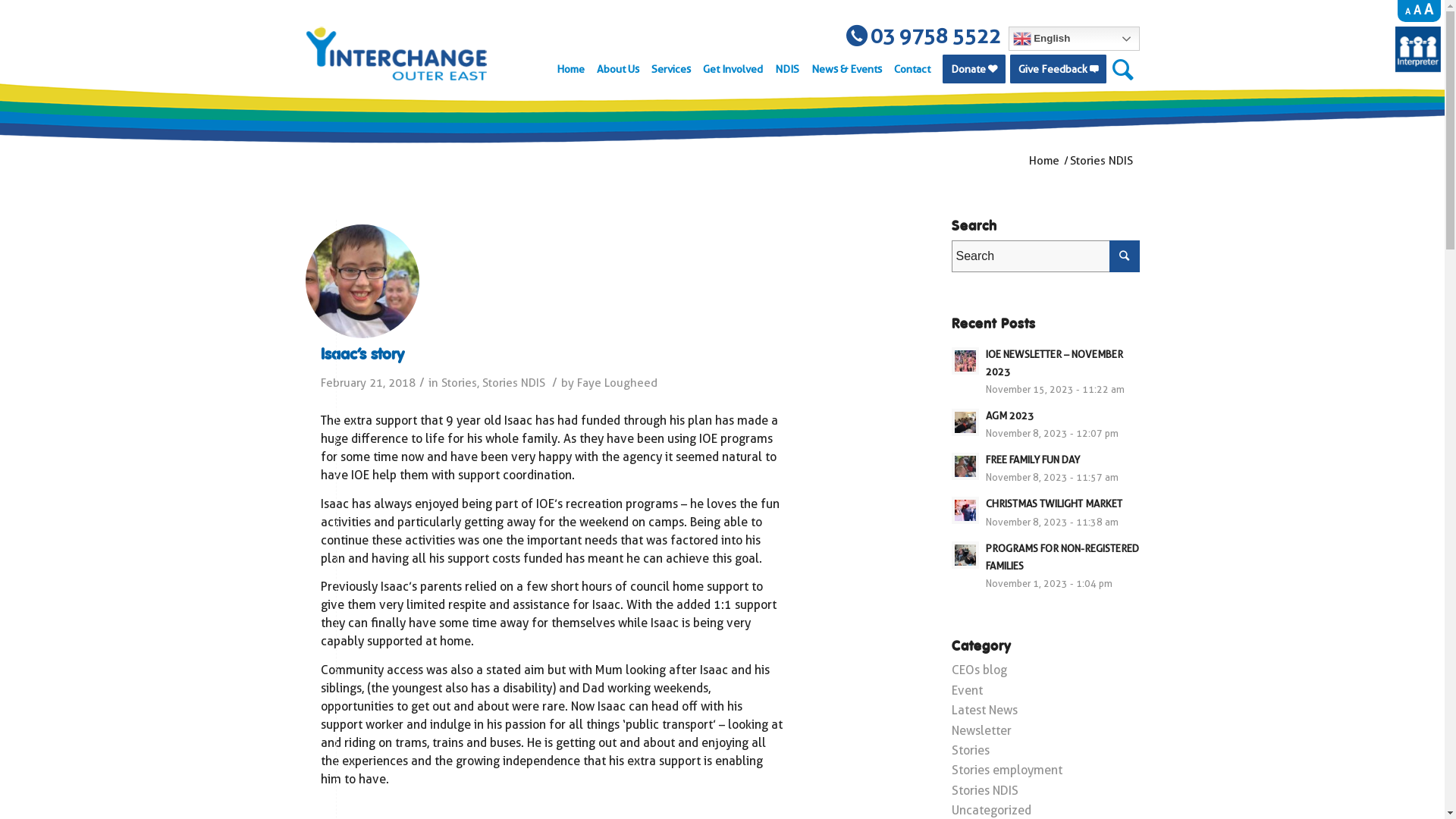 The height and width of the screenshot is (819, 1456). What do you see at coordinates (949, 467) in the screenshot?
I see `'FREE FAMILY FUN DAY` at bounding box center [949, 467].